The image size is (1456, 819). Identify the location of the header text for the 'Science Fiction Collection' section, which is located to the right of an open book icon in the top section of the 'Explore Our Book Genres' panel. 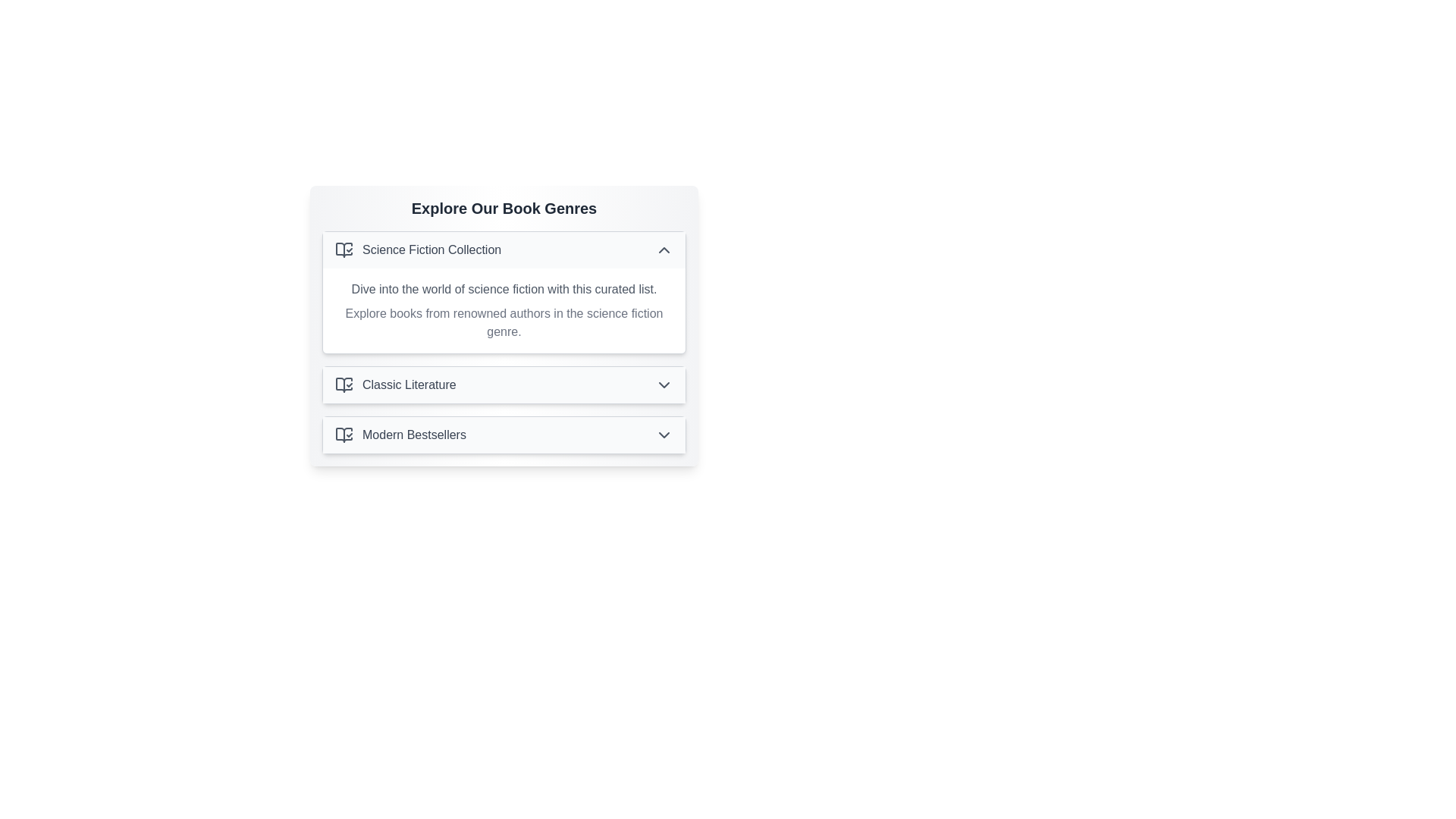
(431, 249).